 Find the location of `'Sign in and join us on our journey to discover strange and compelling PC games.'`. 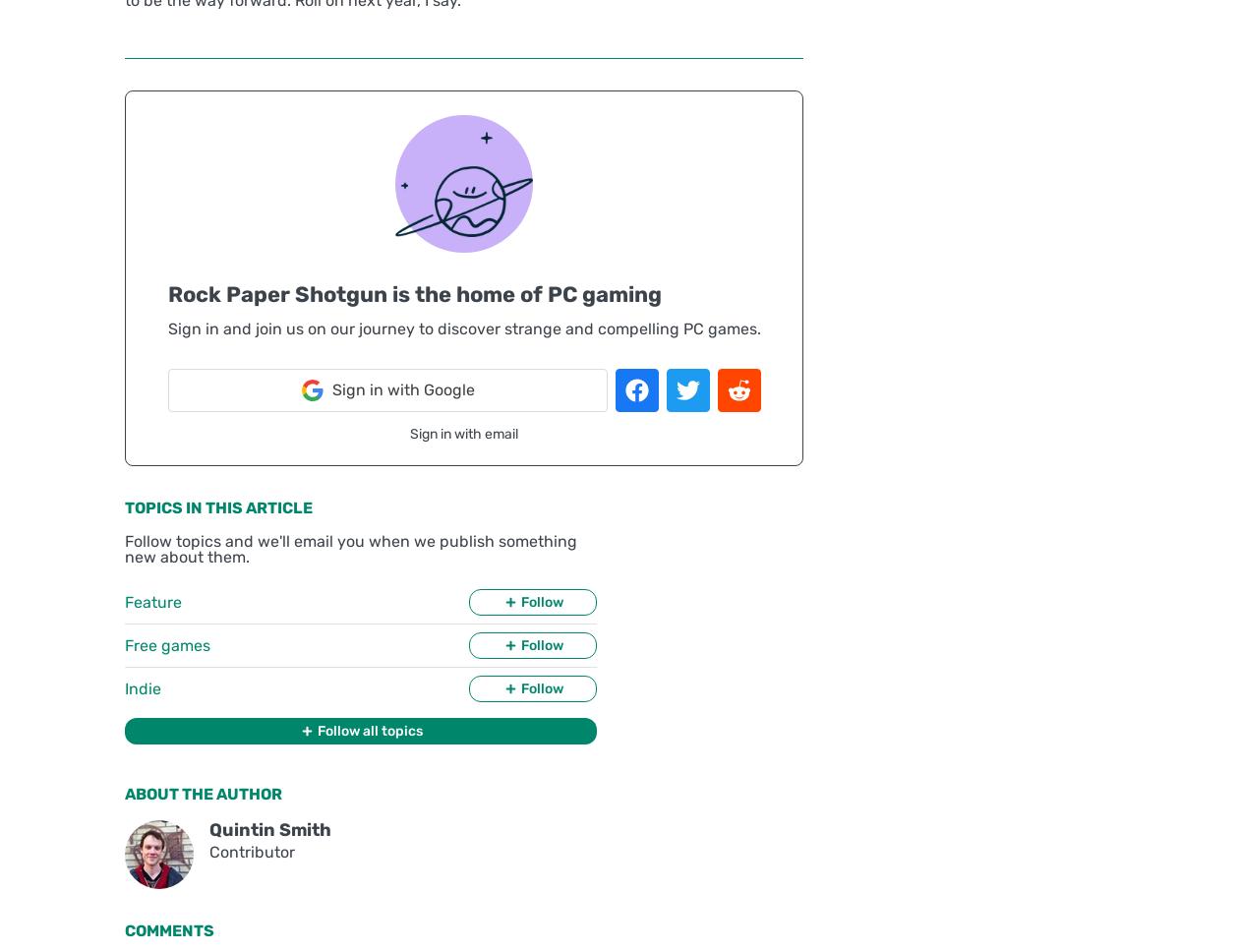

'Sign in and join us on our journey to discover strange and compelling PC games.' is located at coordinates (463, 328).